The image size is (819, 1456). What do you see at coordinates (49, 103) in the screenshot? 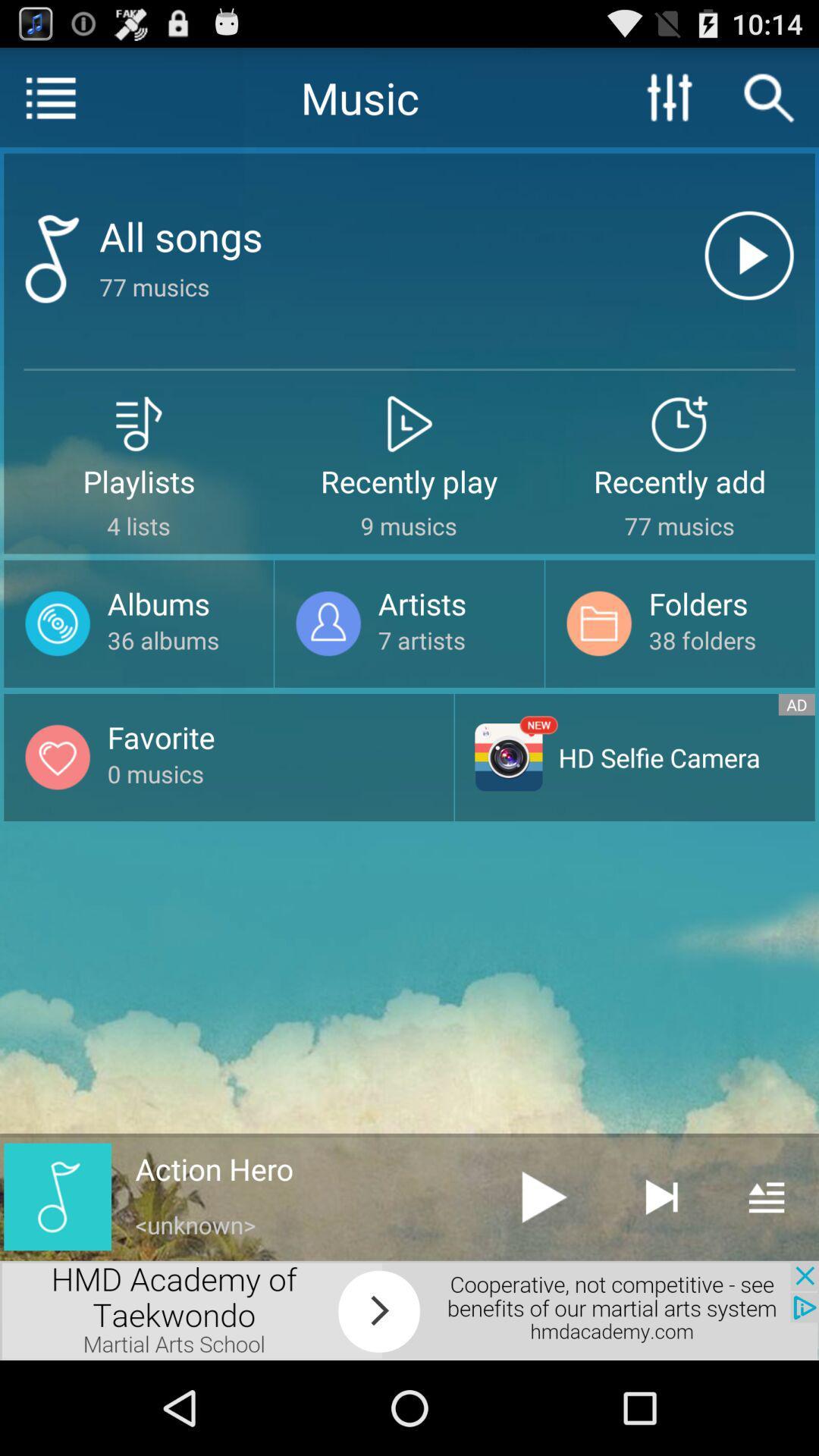
I see `the list icon` at bounding box center [49, 103].